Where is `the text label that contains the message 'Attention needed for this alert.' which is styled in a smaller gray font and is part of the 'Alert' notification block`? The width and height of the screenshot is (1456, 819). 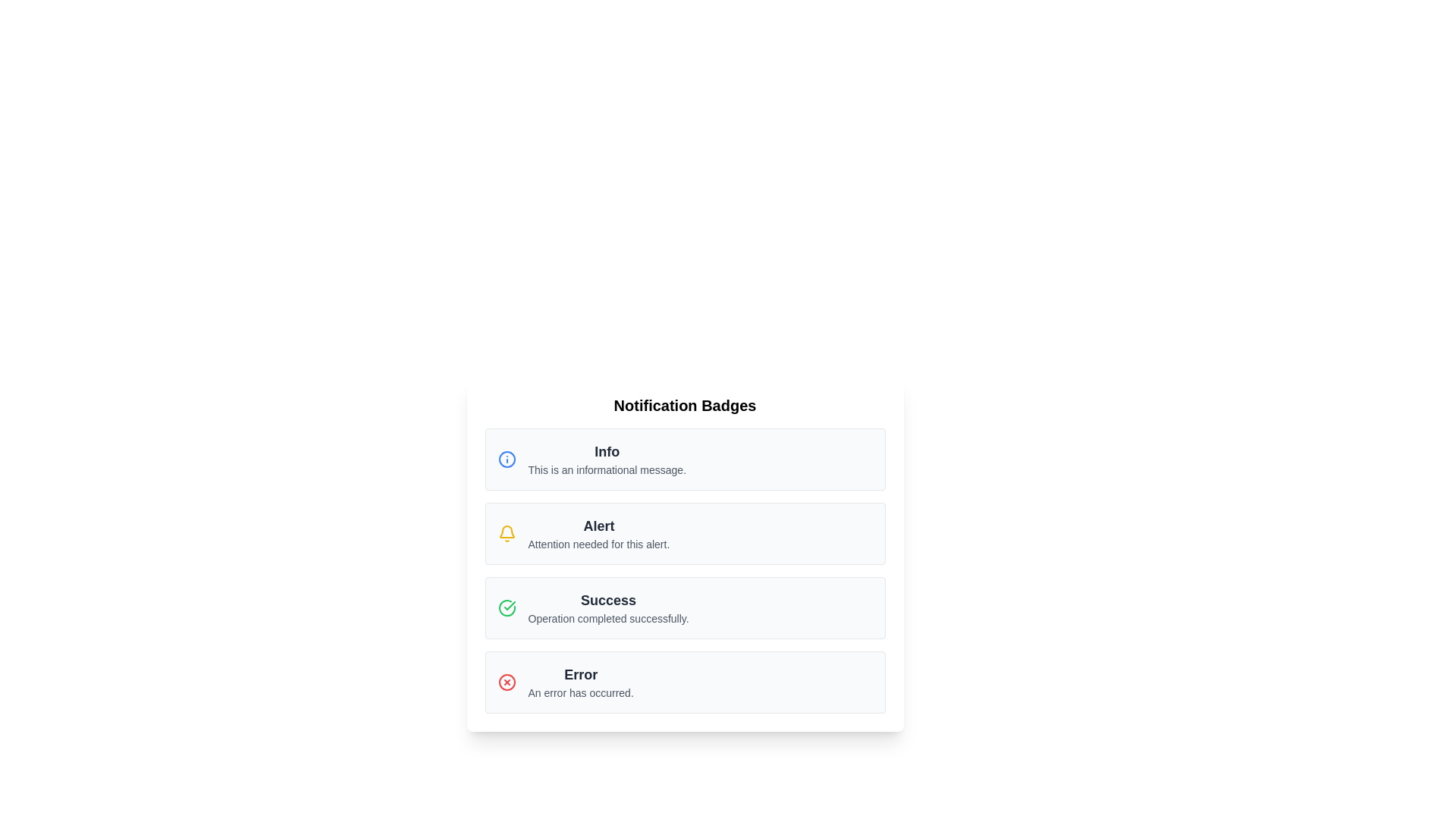 the text label that contains the message 'Attention needed for this alert.' which is styled in a smaller gray font and is part of the 'Alert' notification block is located at coordinates (598, 543).